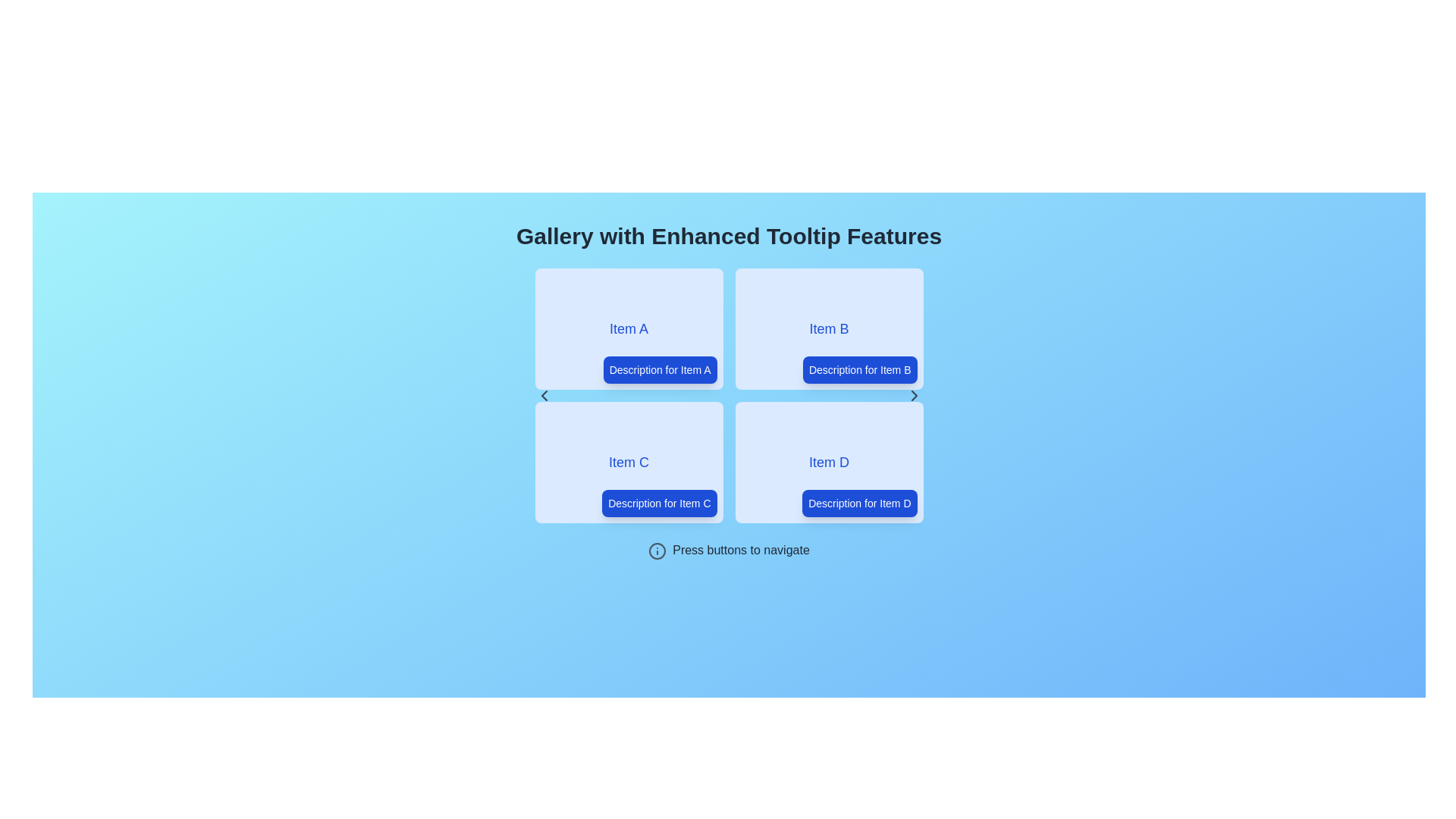 The image size is (1456, 819). Describe the element at coordinates (860, 370) in the screenshot. I see `the blue rectangular label containing the text 'Description for Item B' in the bottom-right corner of the 'Item B' card` at that location.